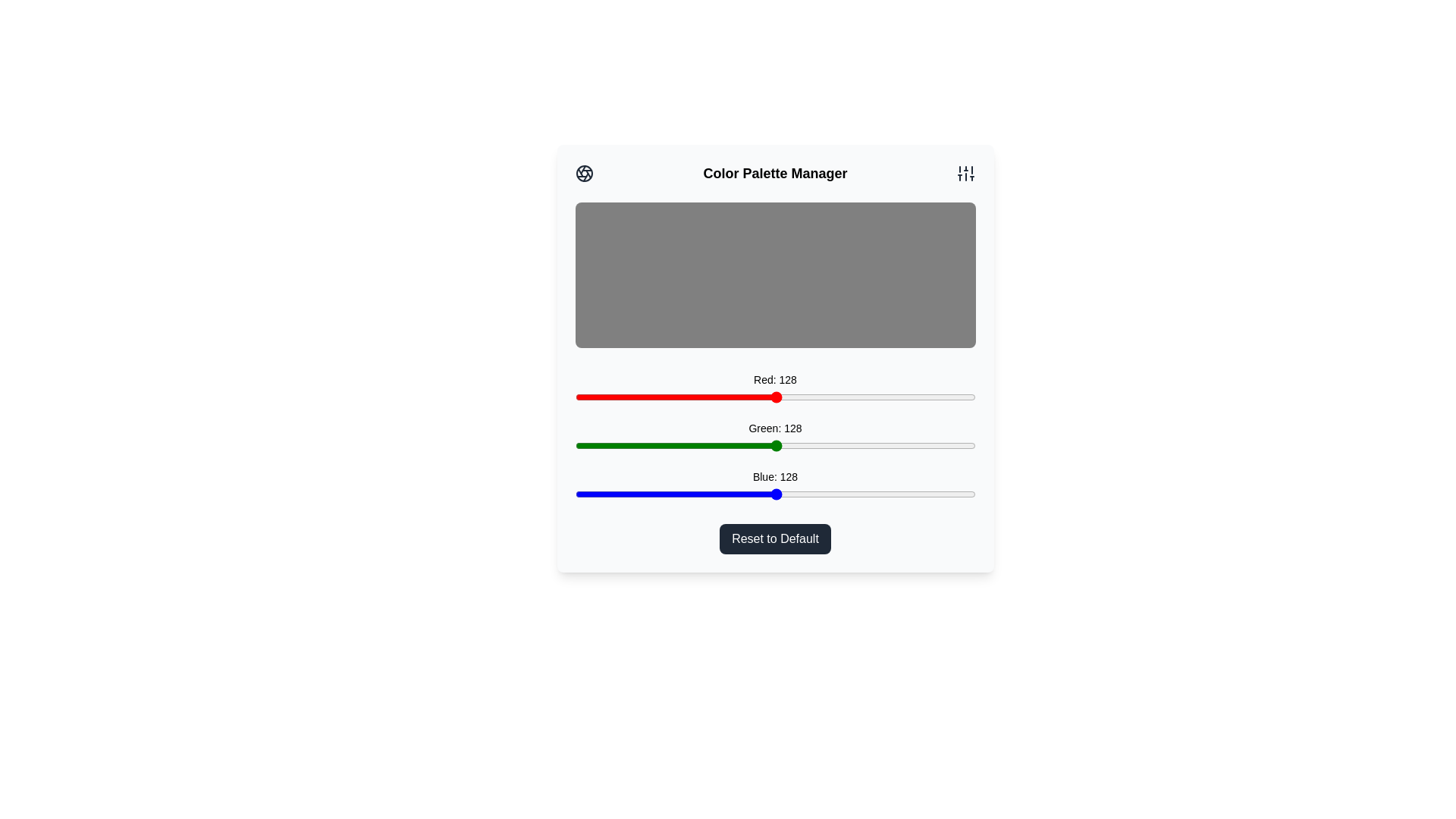 This screenshot has height=819, width=1456. Describe the element at coordinates (895, 494) in the screenshot. I see `the blue slider to set the blue intensity to 204` at that location.